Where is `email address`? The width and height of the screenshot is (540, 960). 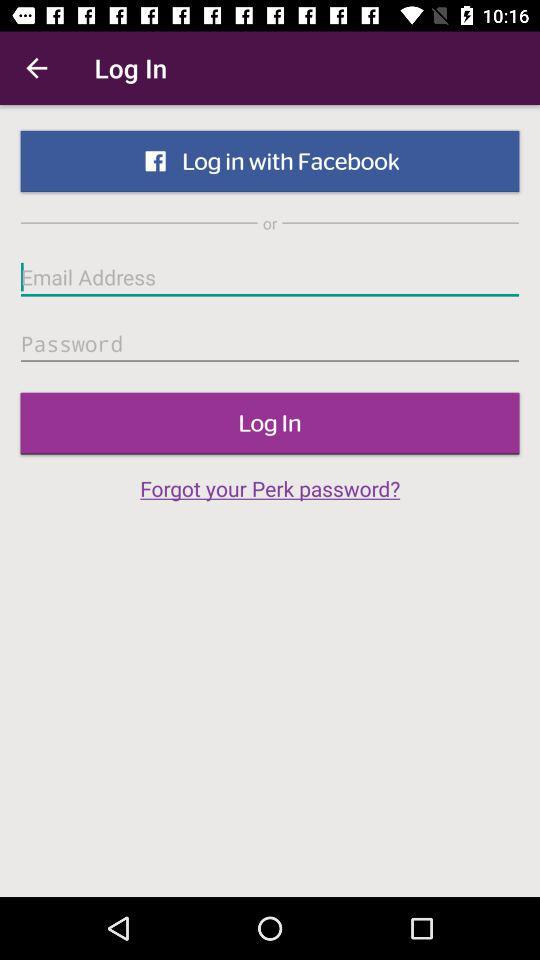 email address is located at coordinates (270, 276).